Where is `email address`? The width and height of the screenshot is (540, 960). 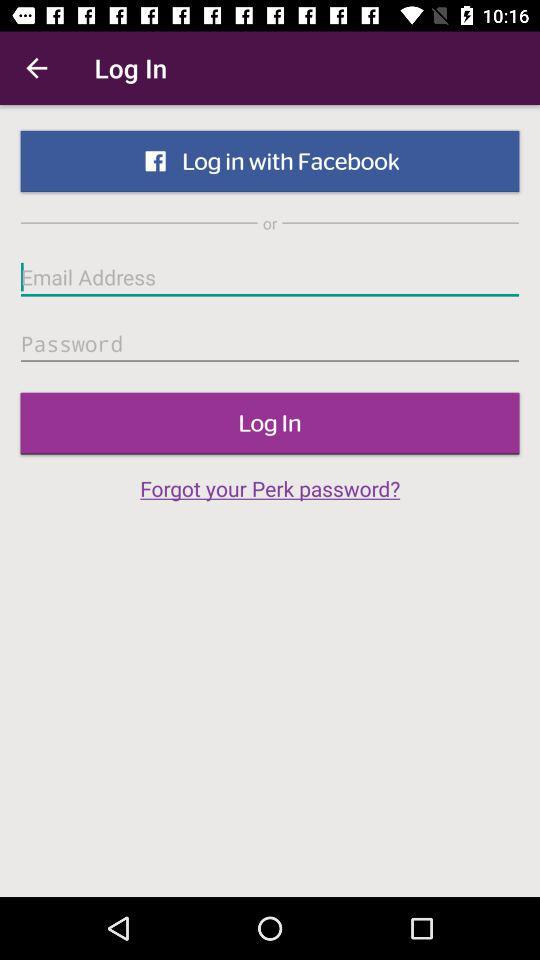 email address is located at coordinates (270, 276).